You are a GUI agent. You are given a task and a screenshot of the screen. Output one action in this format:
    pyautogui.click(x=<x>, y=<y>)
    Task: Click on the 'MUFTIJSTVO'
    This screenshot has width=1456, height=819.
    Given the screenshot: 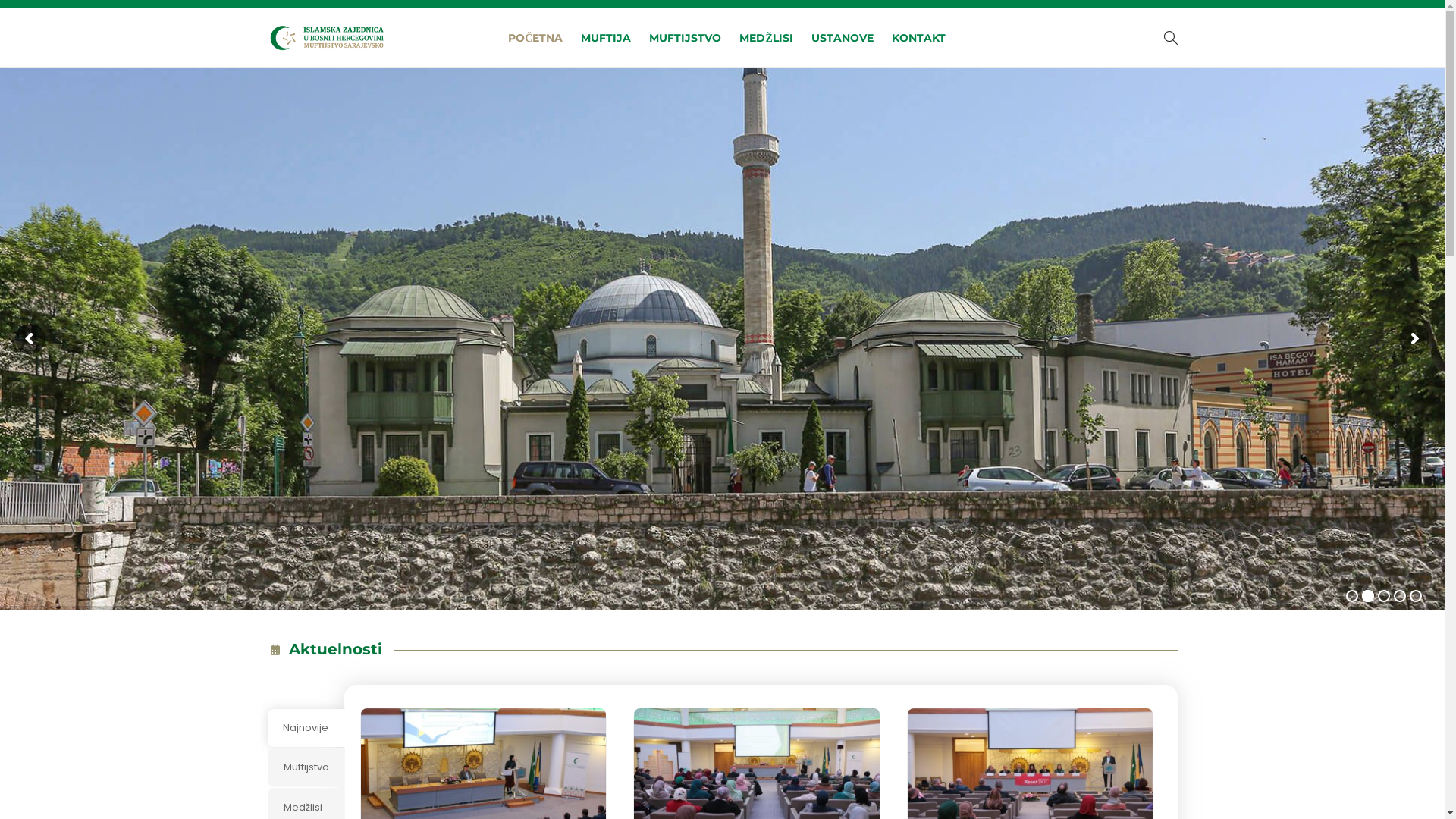 What is the action you would take?
    pyautogui.click(x=648, y=37)
    